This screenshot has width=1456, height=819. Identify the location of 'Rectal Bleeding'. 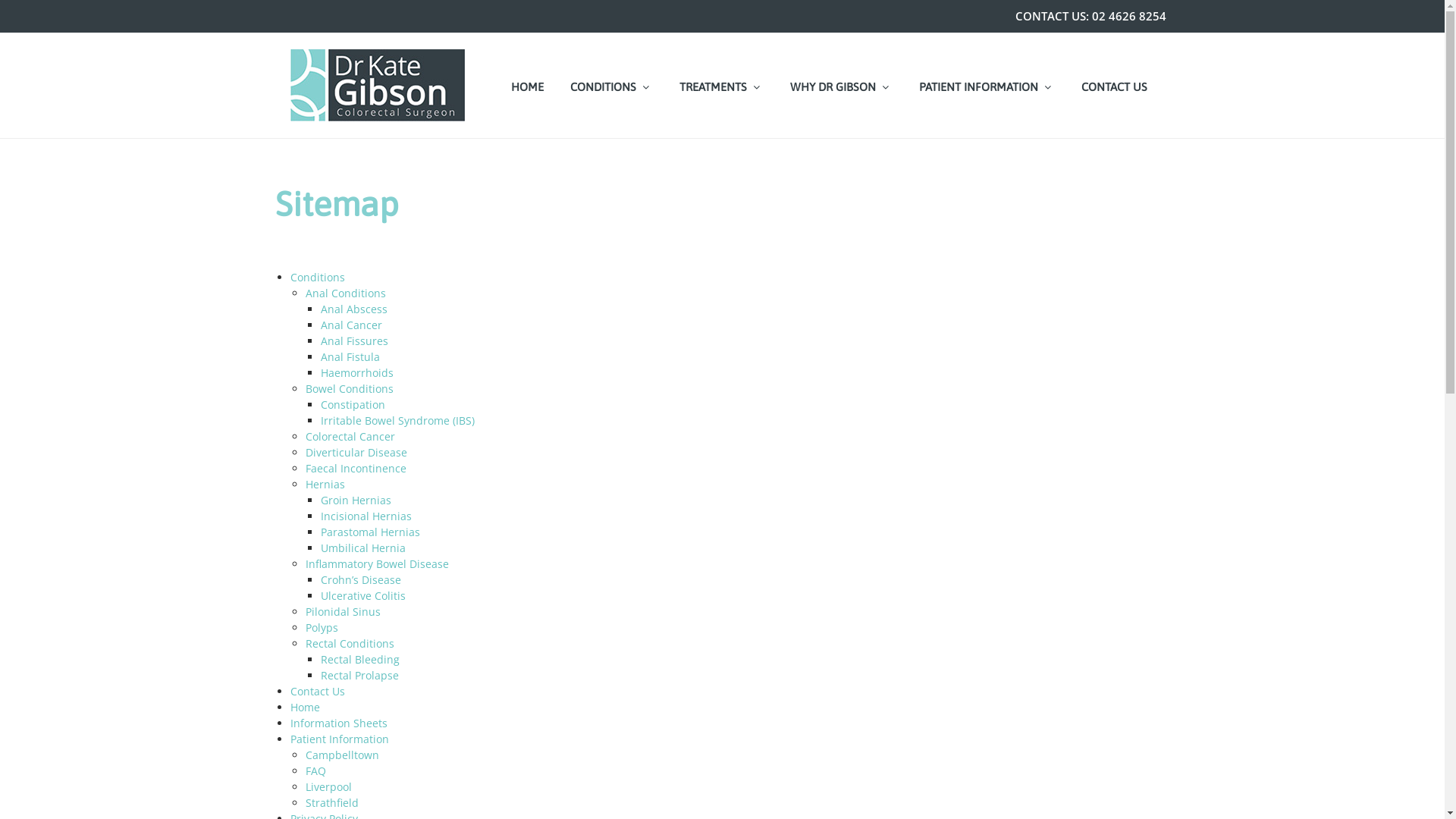
(359, 658).